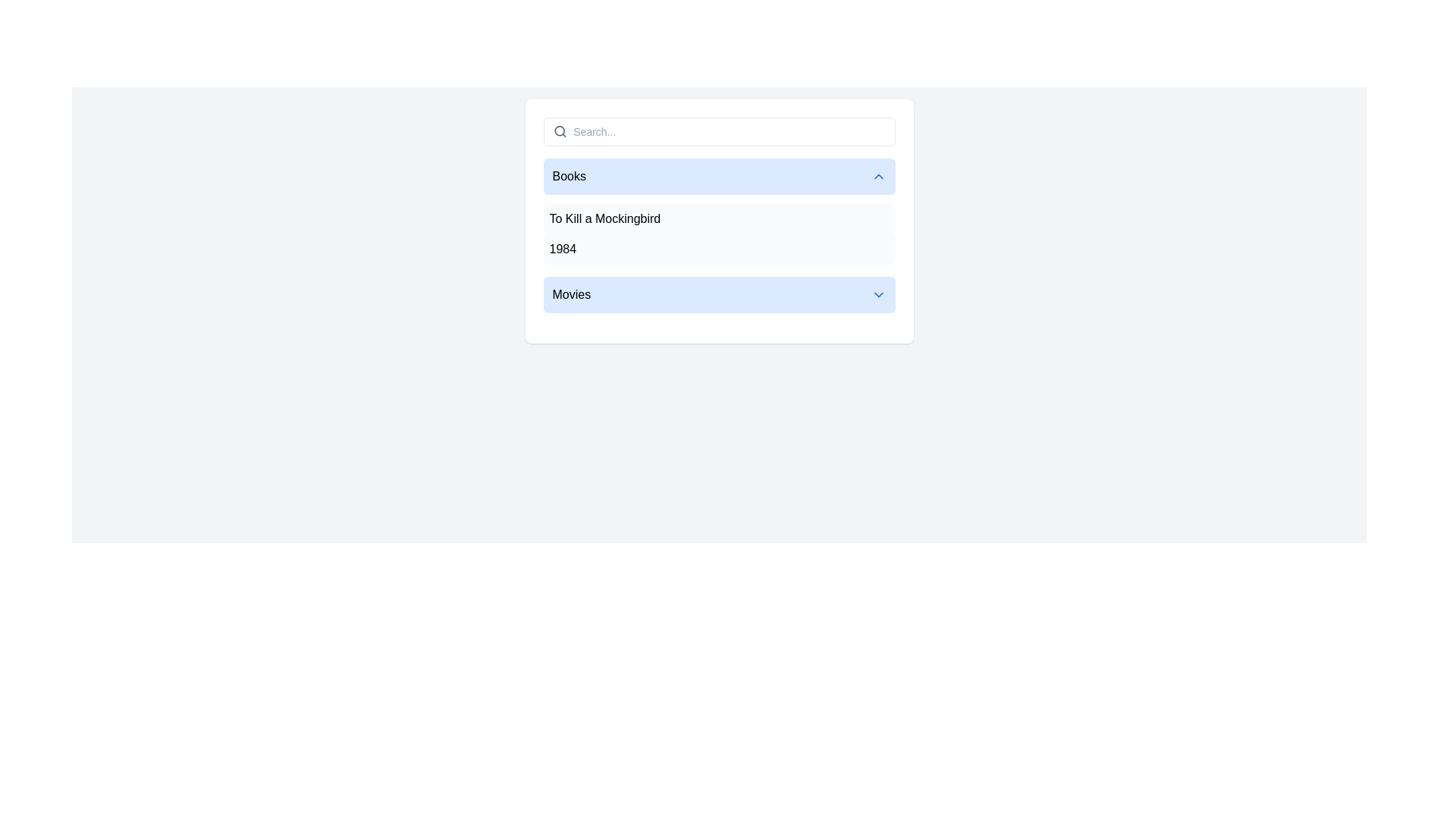  Describe the element at coordinates (878, 175) in the screenshot. I see `the collapse icon located on the rightmost side of the 'Books' section to change its state from expanded` at that location.